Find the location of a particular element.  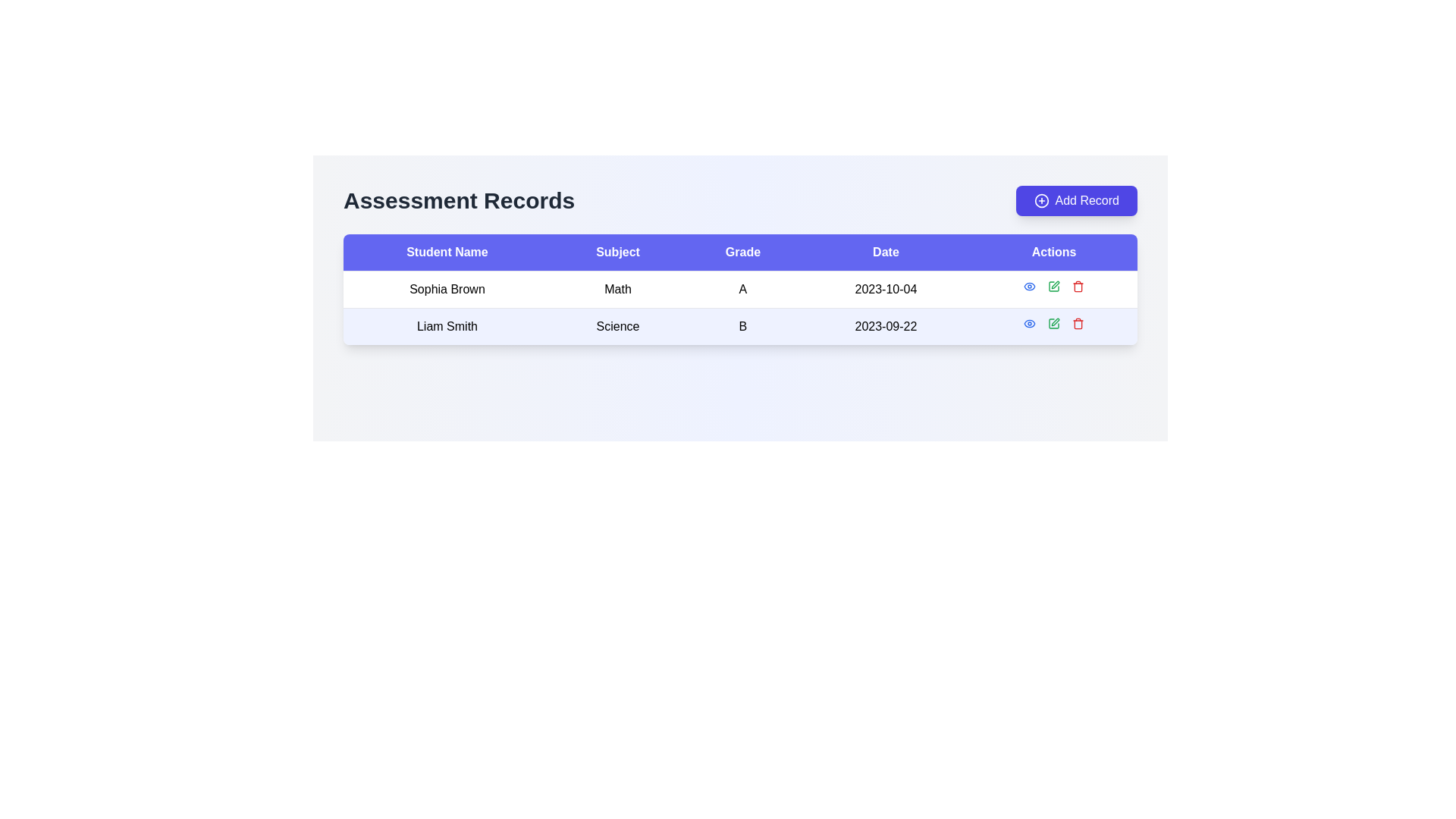

the red trash can icon in the 'Actions' column of the data table is located at coordinates (1078, 287).